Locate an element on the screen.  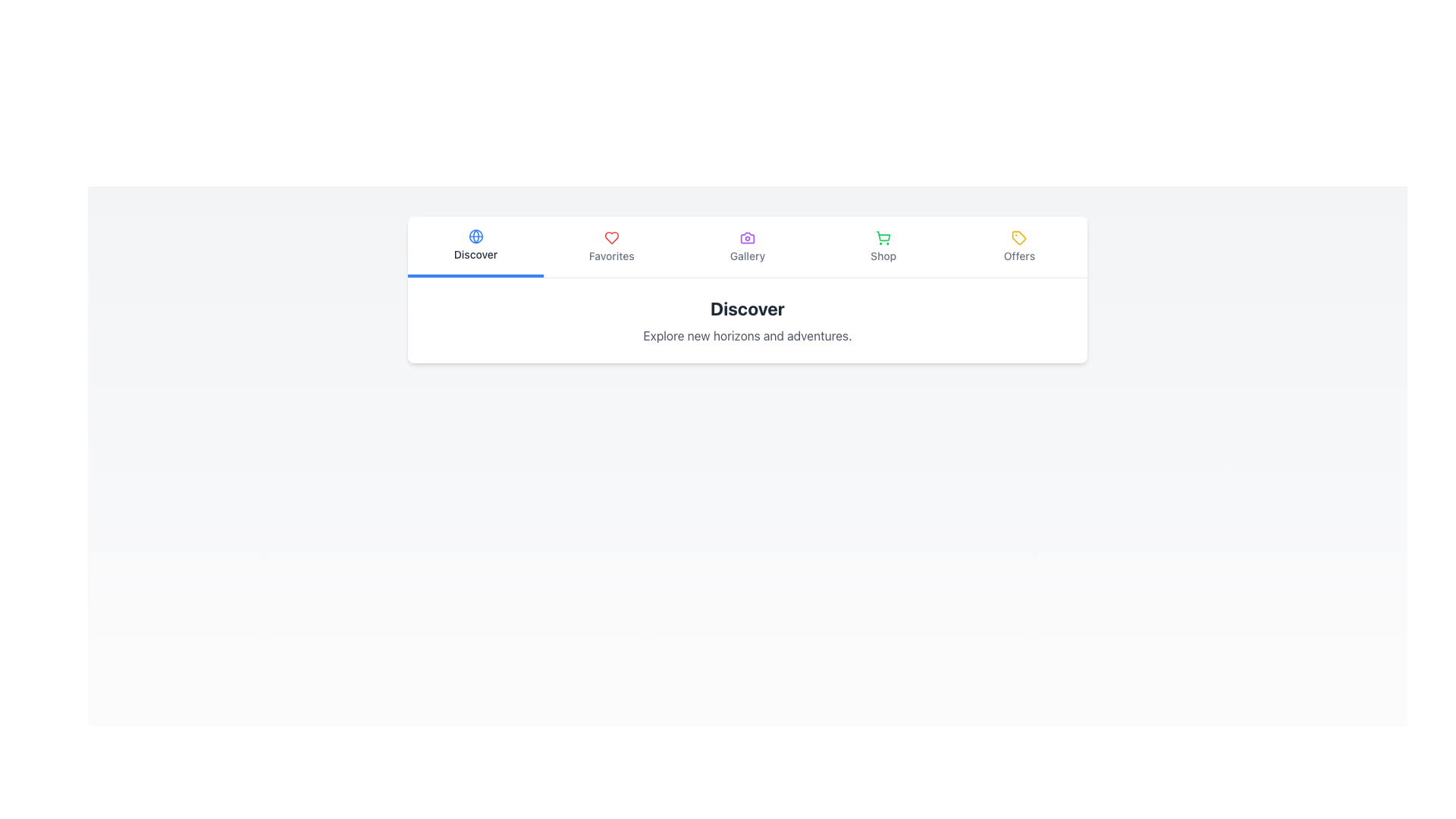
the 'Shop' icon (Shopping cart) located in the center top navigation bar is located at coordinates (883, 237).